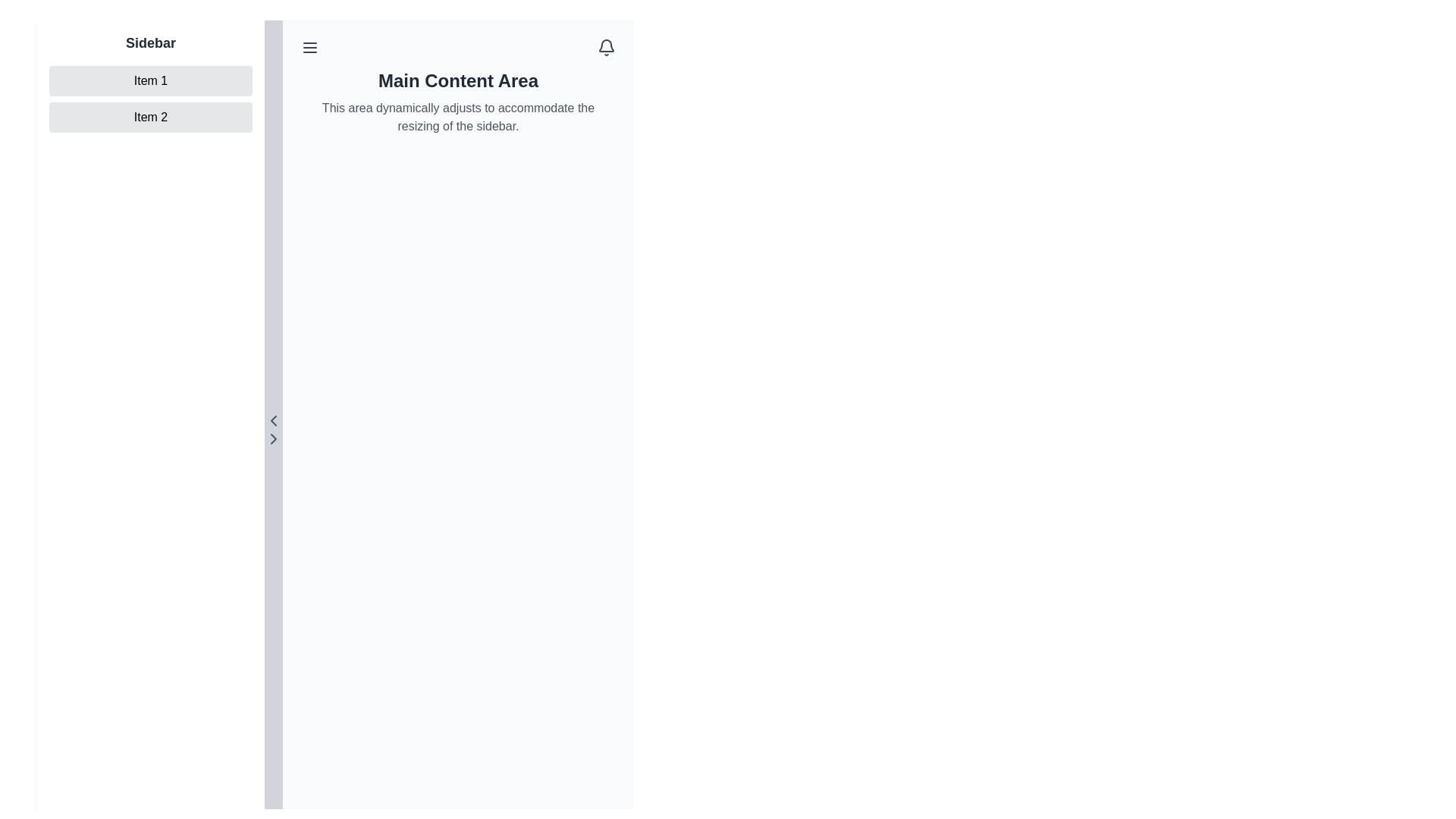  Describe the element at coordinates (273, 438) in the screenshot. I see `the right-pointing chevron icon located in the sidebar panel, which is outlined with a thin stroke and positioned below the left navigation arrow` at that location.